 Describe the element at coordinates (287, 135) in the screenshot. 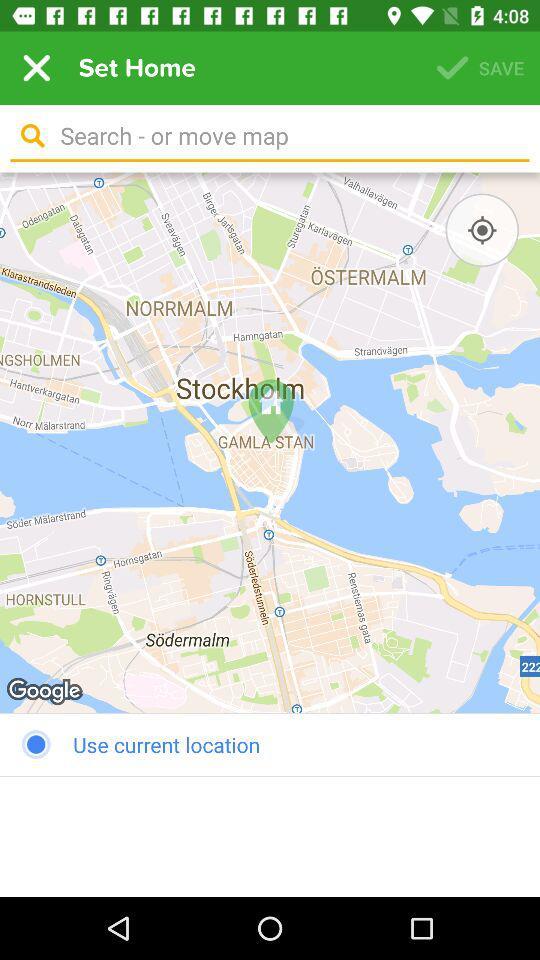

I see `search the map` at that location.